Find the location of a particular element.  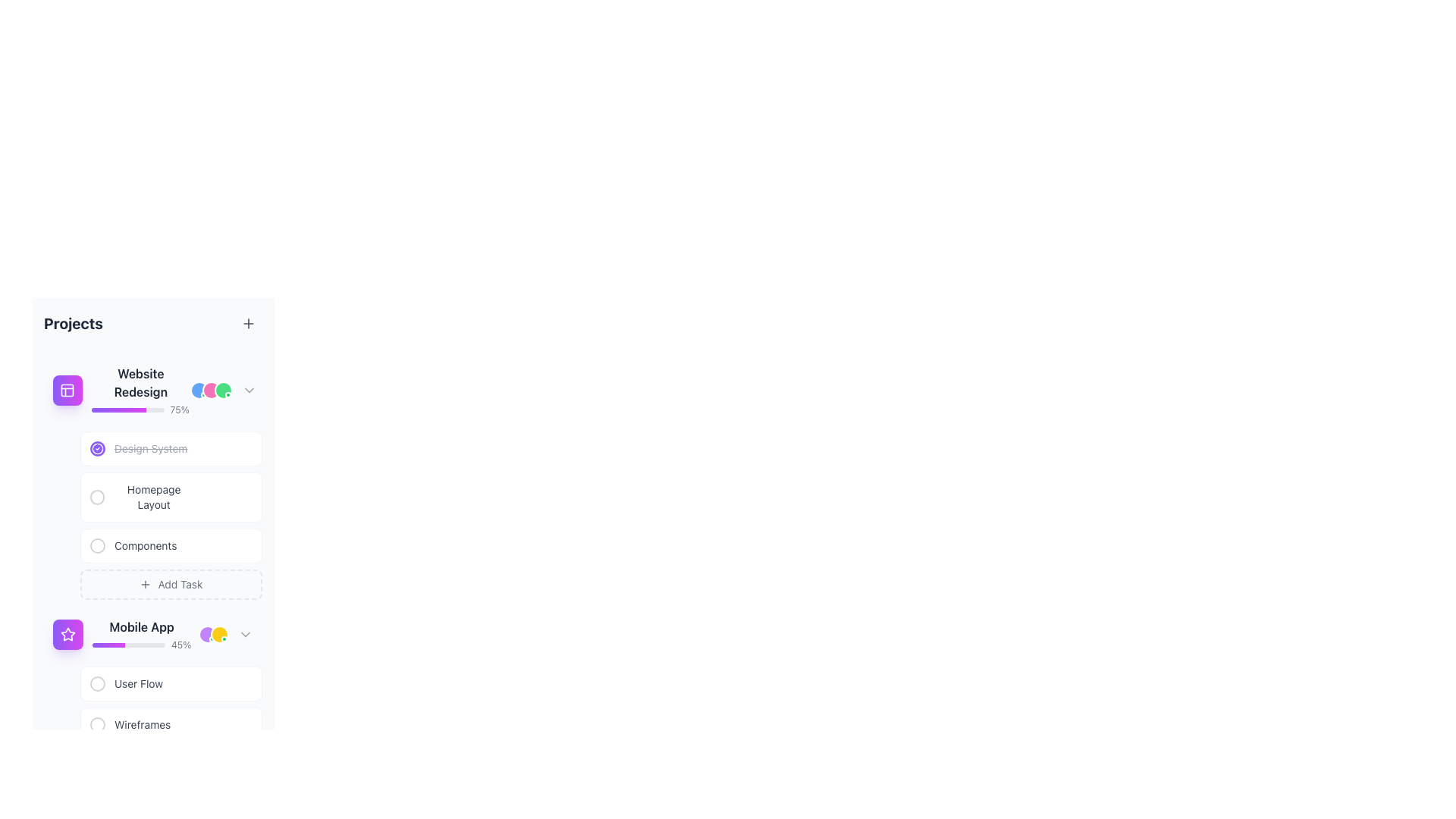

the rounded rectangle icon located in the upper-left corner of the 'Website Redesign' text in the project listing is located at coordinates (67, 390).